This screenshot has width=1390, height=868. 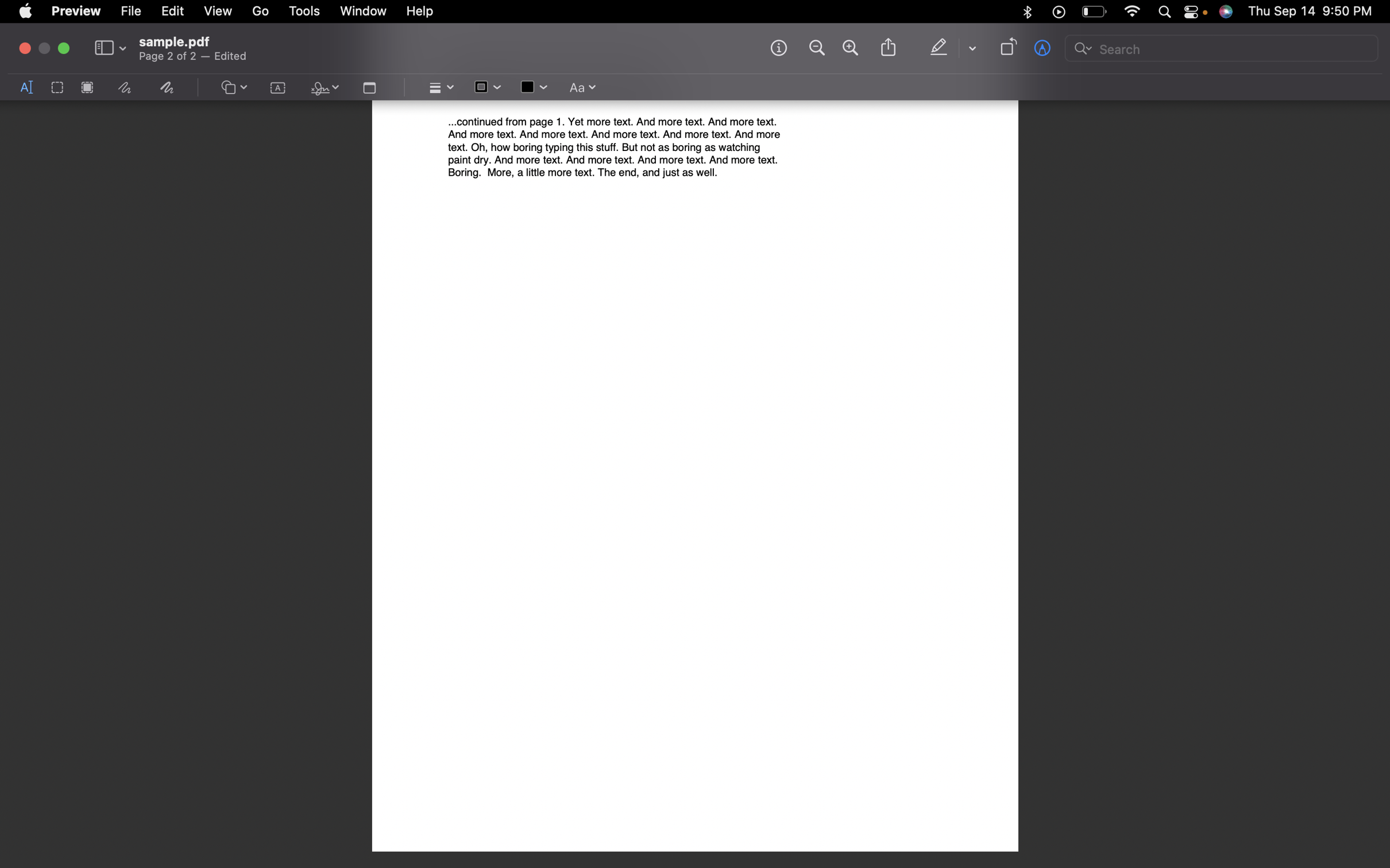 What do you see at coordinates (56, 88) in the screenshot?
I see `Opt for the rectangular select tool` at bounding box center [56, 88].